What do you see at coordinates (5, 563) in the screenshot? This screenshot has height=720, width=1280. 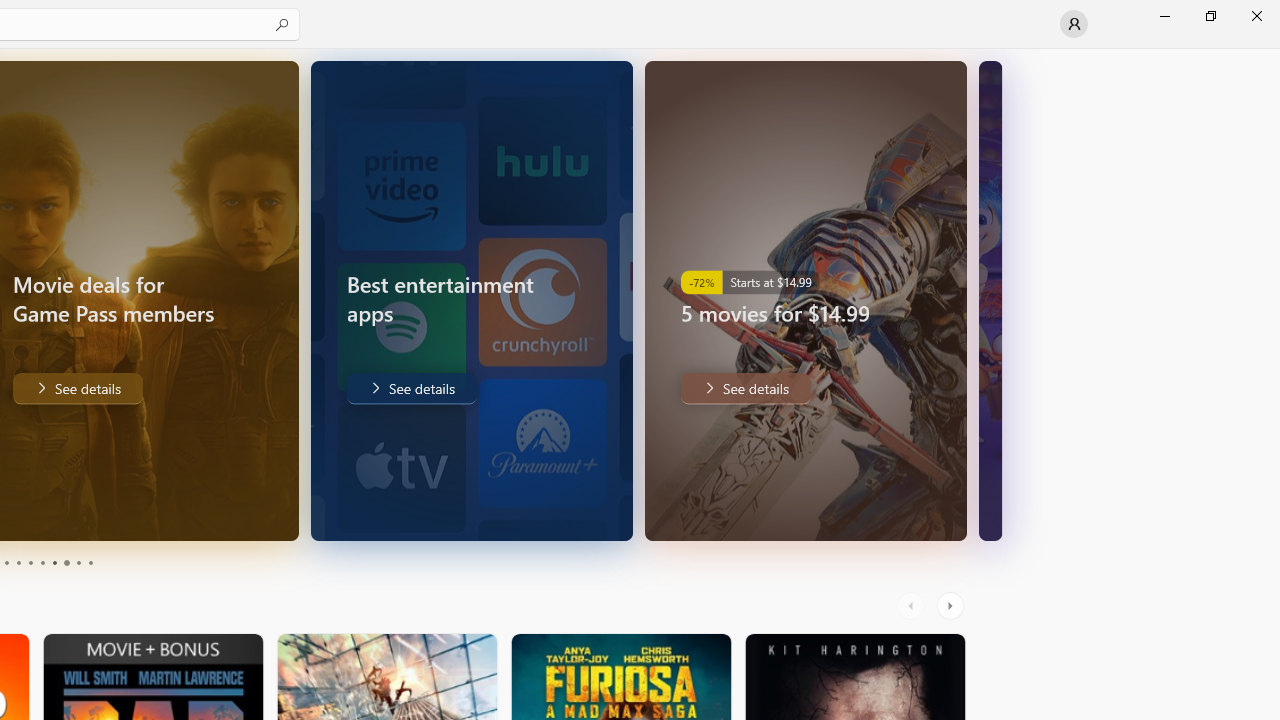 I see `'Page 3'` at bounding box center [5, 563].